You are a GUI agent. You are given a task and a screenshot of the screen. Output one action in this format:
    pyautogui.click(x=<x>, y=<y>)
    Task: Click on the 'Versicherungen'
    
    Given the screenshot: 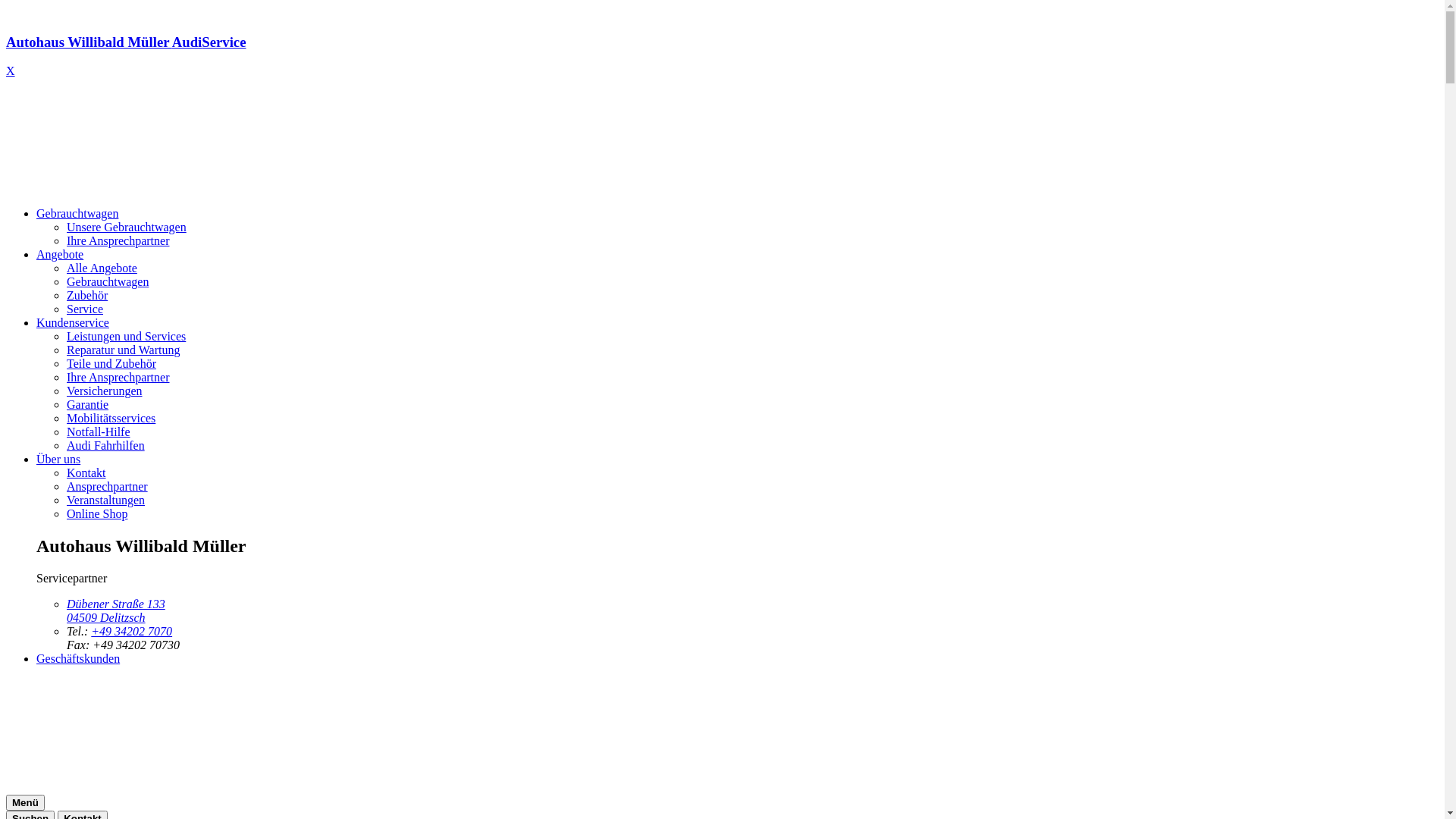 What is the action you would take?
    pyautogui.click(x=65, y=390)
    